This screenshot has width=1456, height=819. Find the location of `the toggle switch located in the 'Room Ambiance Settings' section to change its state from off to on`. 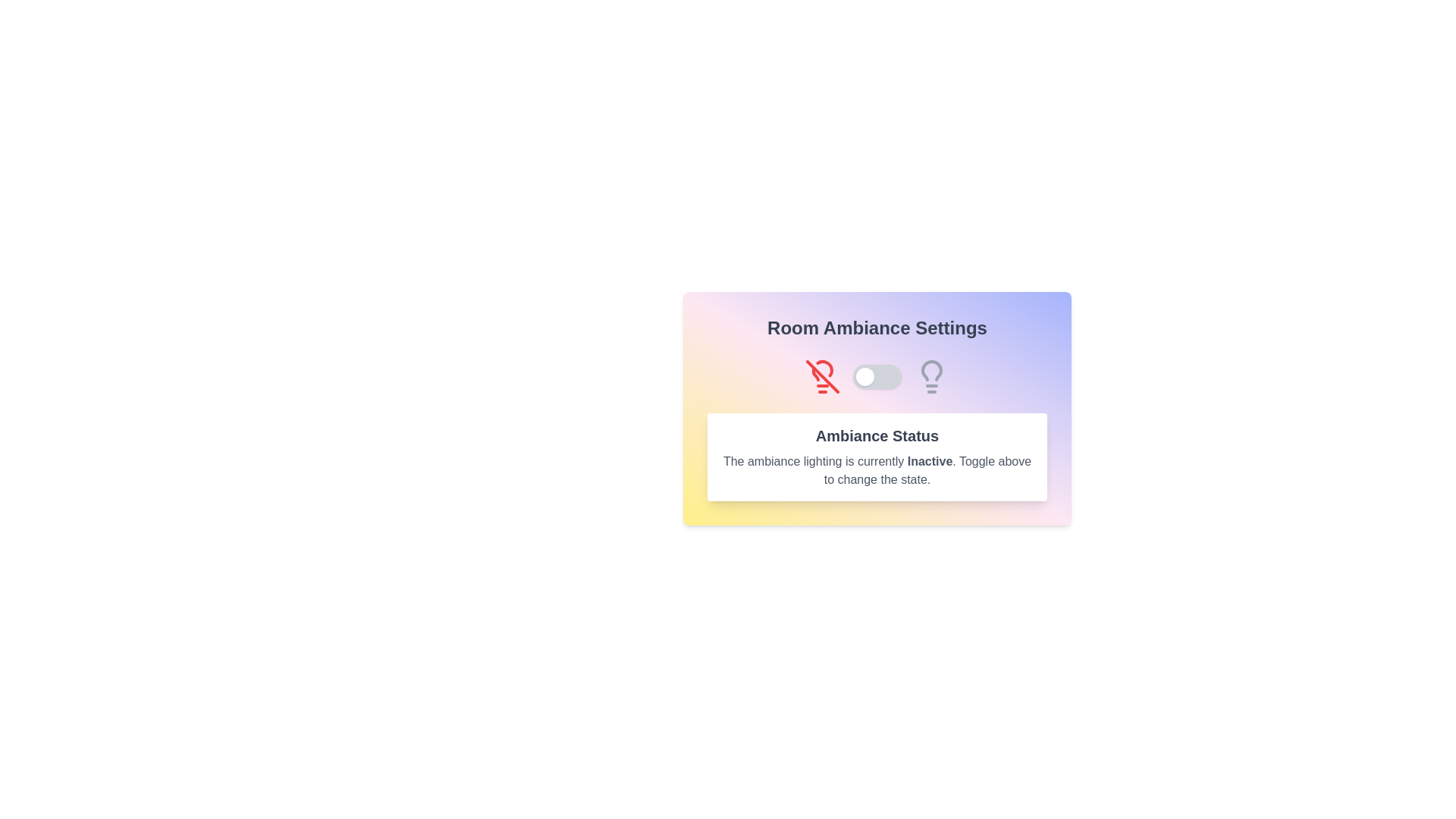

the toggle switch located in the 'Room Ambiance Settings' section to change its state from off to on is located at coordinates (877, 376).